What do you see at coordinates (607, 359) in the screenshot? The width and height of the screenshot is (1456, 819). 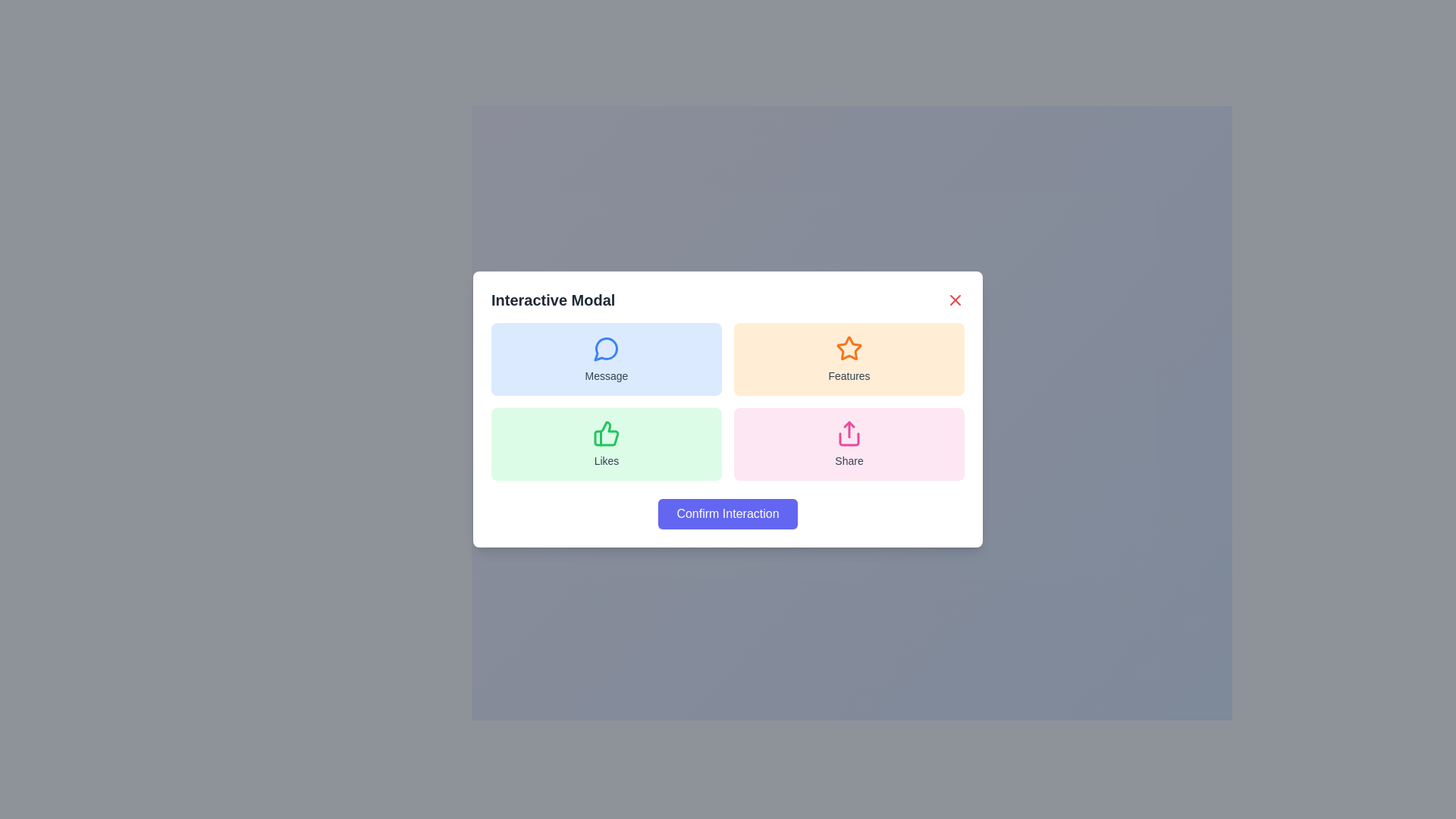 I see `the 'Message' button located in the top-left quadrant of the interface, which is the first element in a grid layout that includes 'Features,' 'Likes,' and 'Share.'` at bounding box center [607, 359].